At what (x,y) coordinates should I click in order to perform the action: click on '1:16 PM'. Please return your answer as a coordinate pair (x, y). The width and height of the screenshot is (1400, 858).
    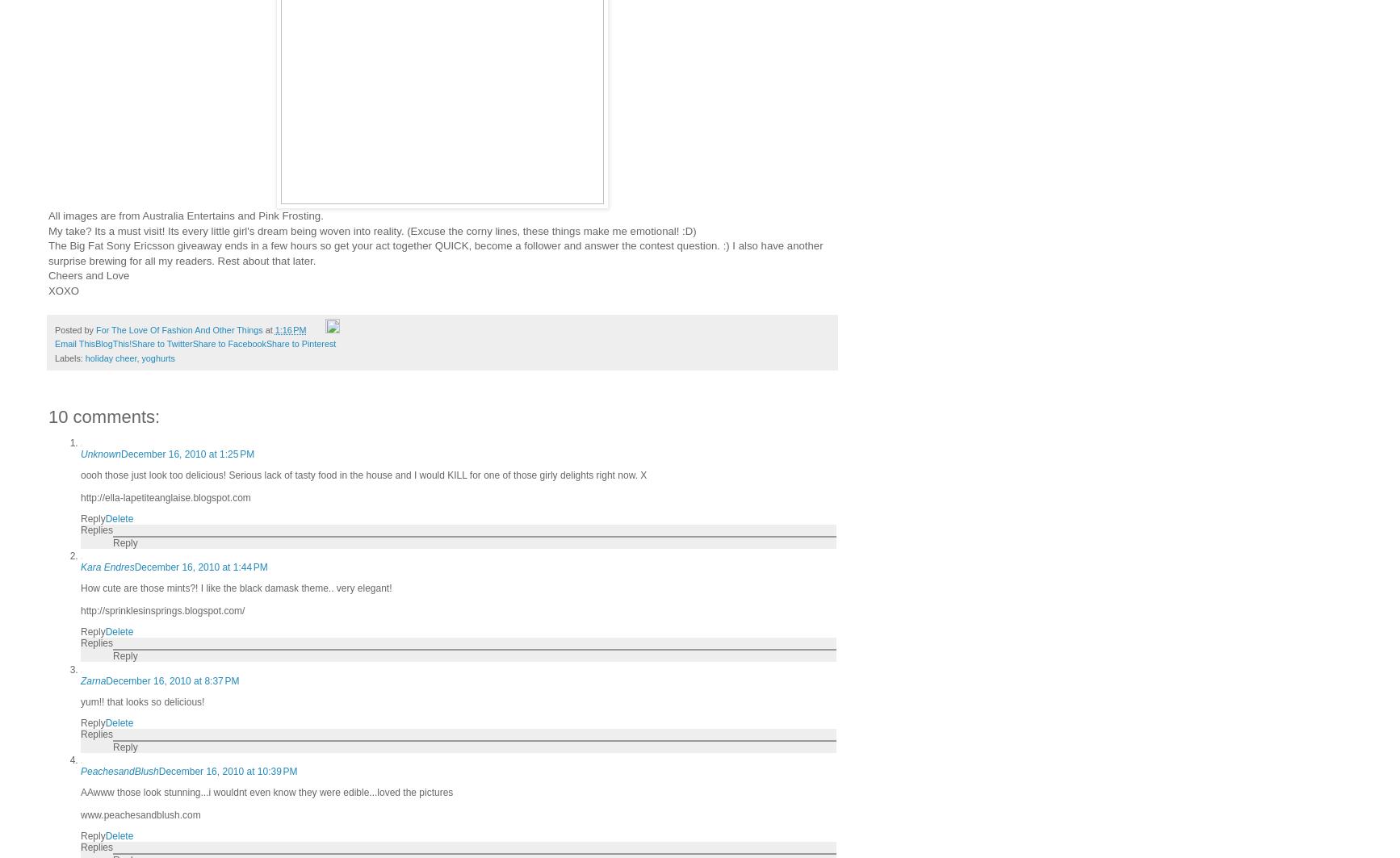
    Looking at the image, I should click on (290, 330).